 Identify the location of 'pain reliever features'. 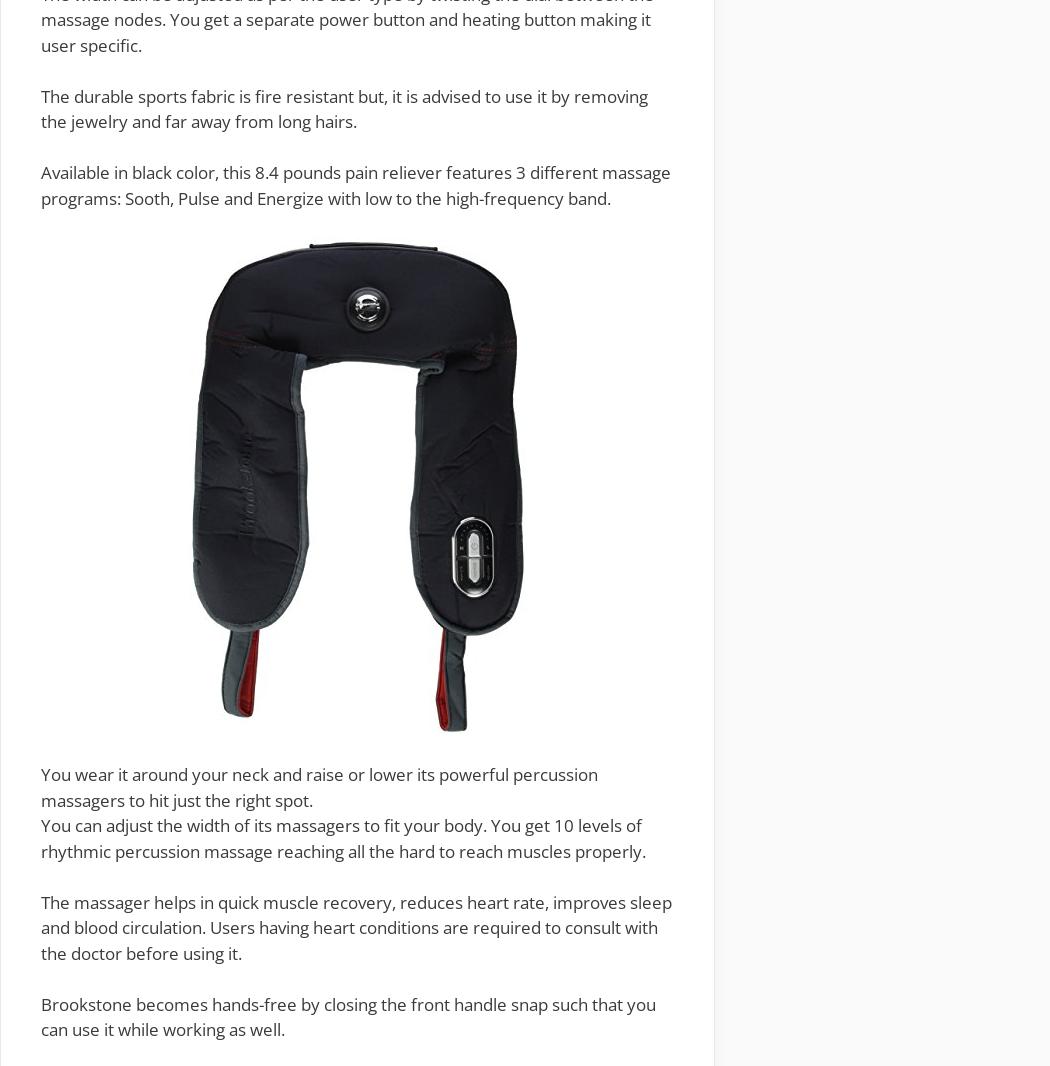
(427, 171).